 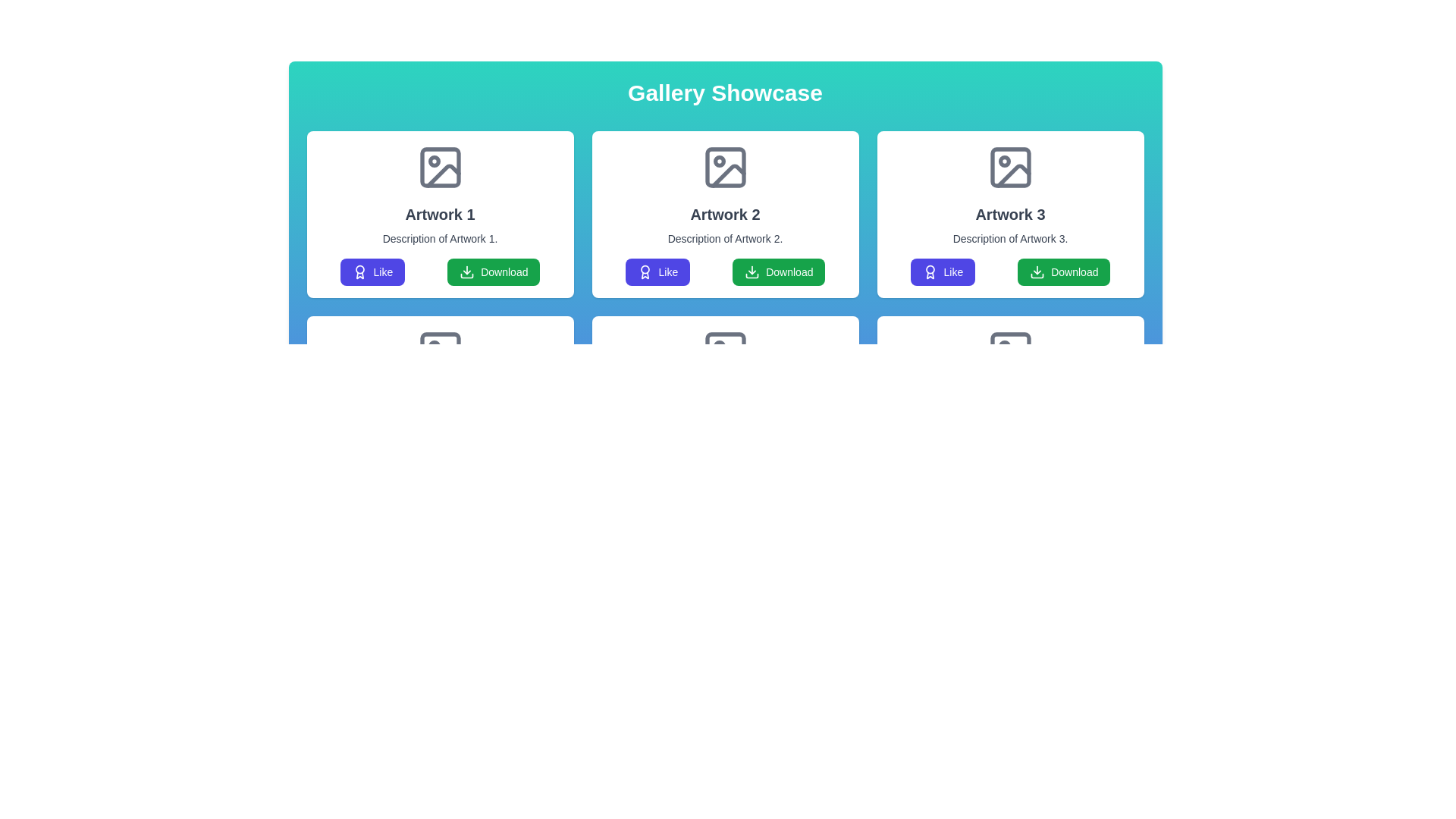 I want to click on the gray landscape image icon representing a photo, located on the card labeled 'Artwork 3' in the gallery grid, so click(x=1010, y=167).